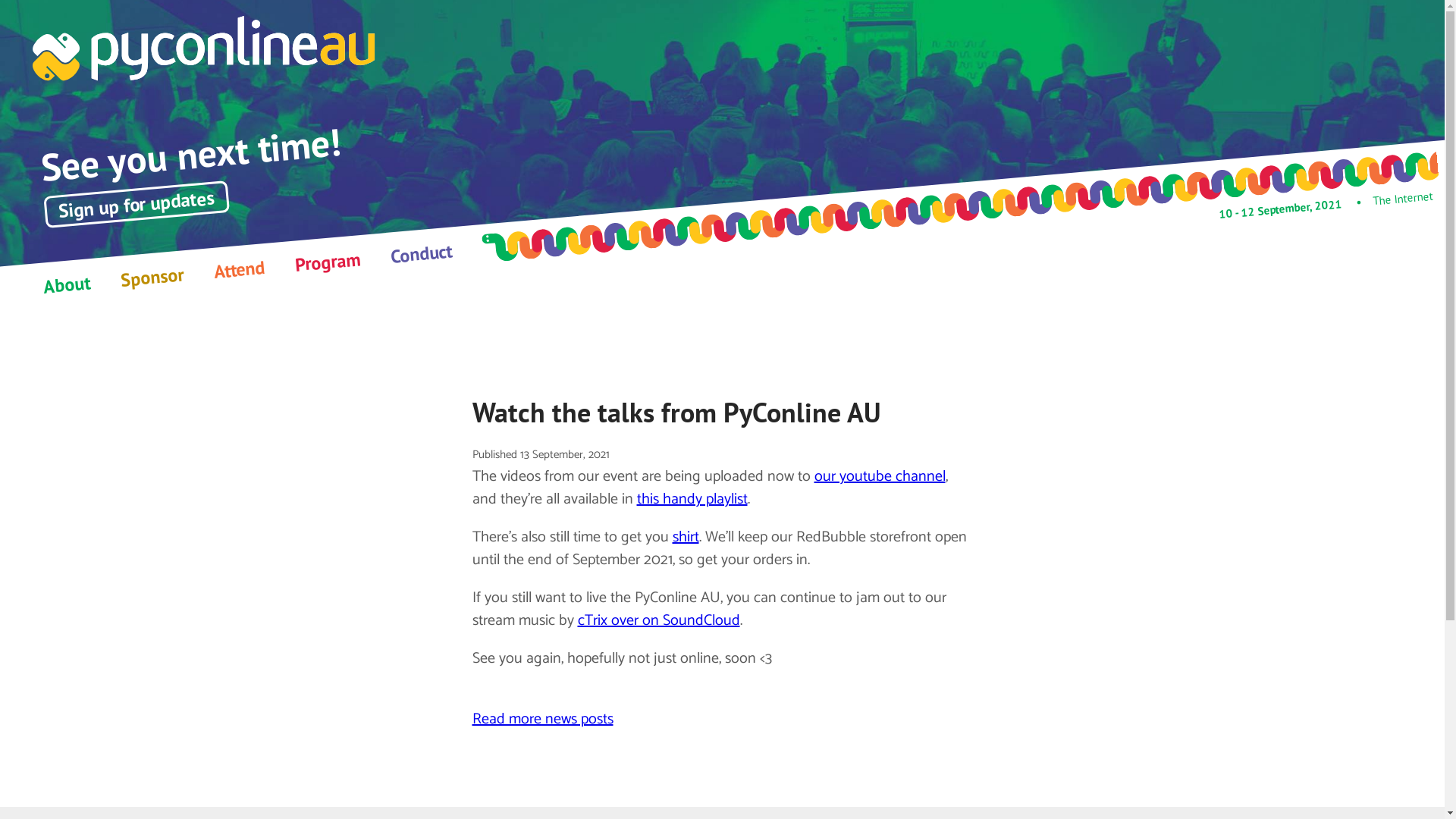  I want to click on 'Conduct', so click(421, 249).